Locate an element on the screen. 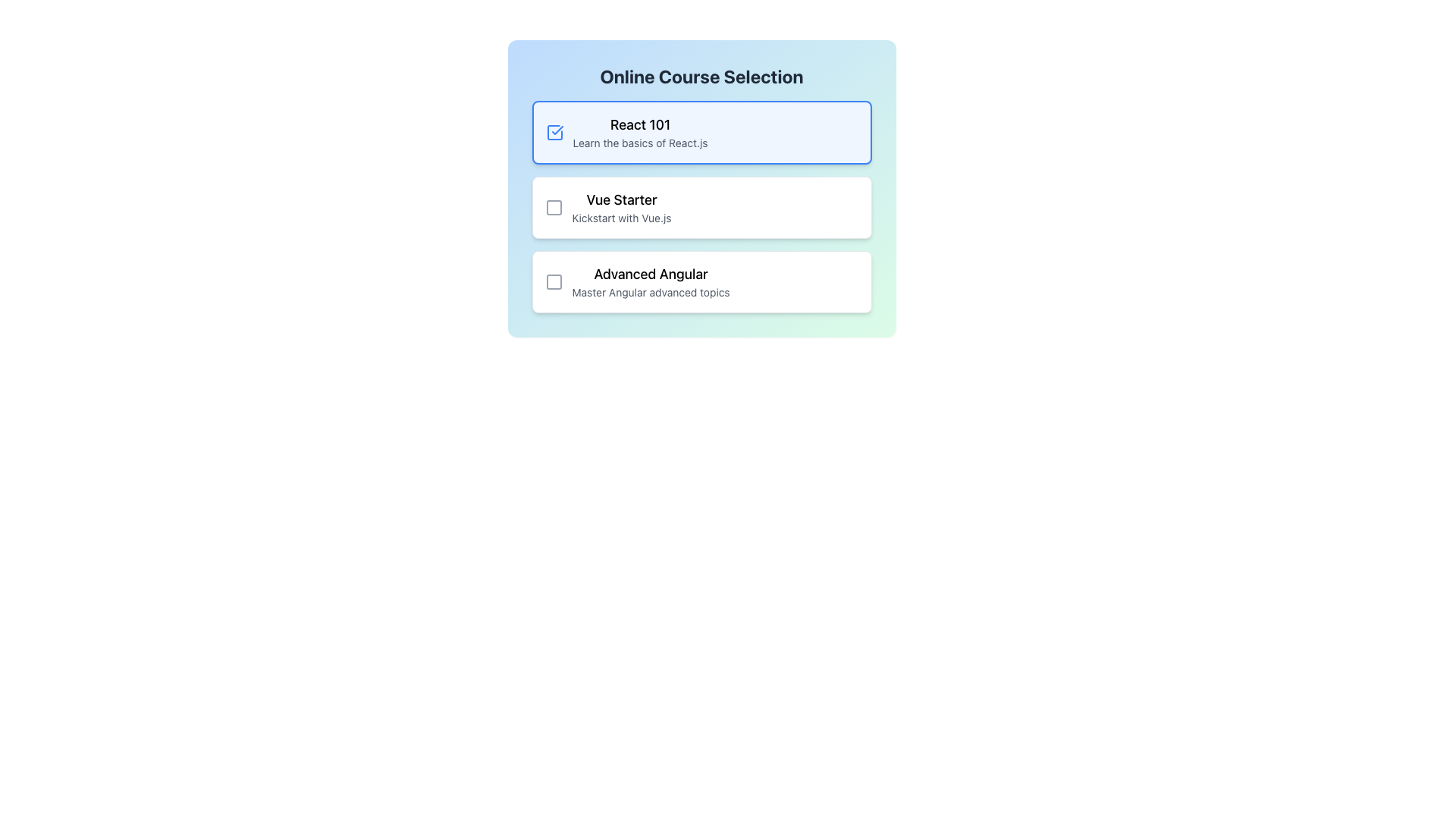 The image size is (1456, 819). the third selectable list item labeled 'Advanced Angular' which features a bold title and a description, positioned between 'Vue Starter' and the next item in the list is located at coordinates (651, 281).